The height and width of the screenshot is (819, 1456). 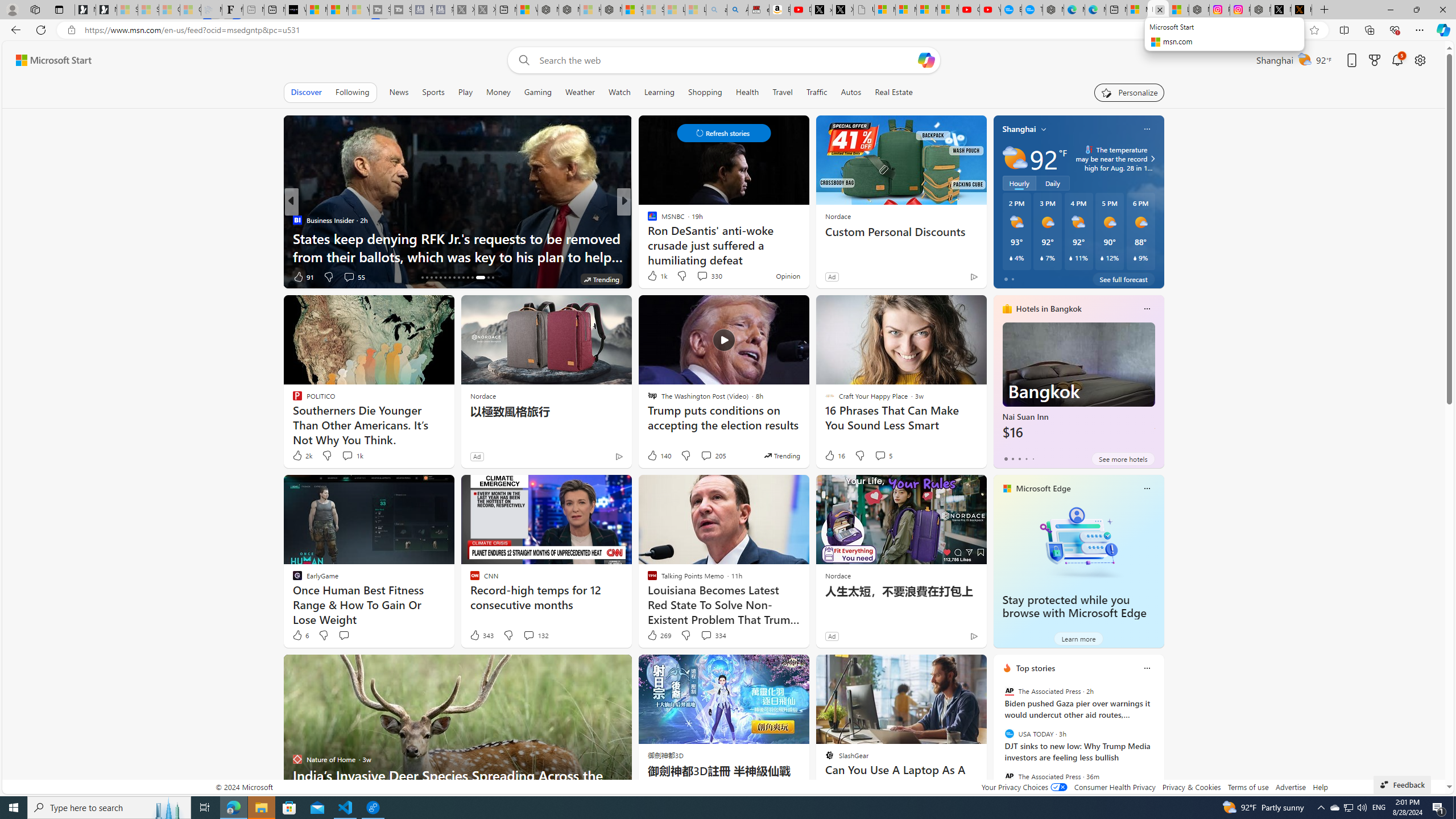 I want to click on 'Nai Suan Inn', so click(x=1078, y=385).